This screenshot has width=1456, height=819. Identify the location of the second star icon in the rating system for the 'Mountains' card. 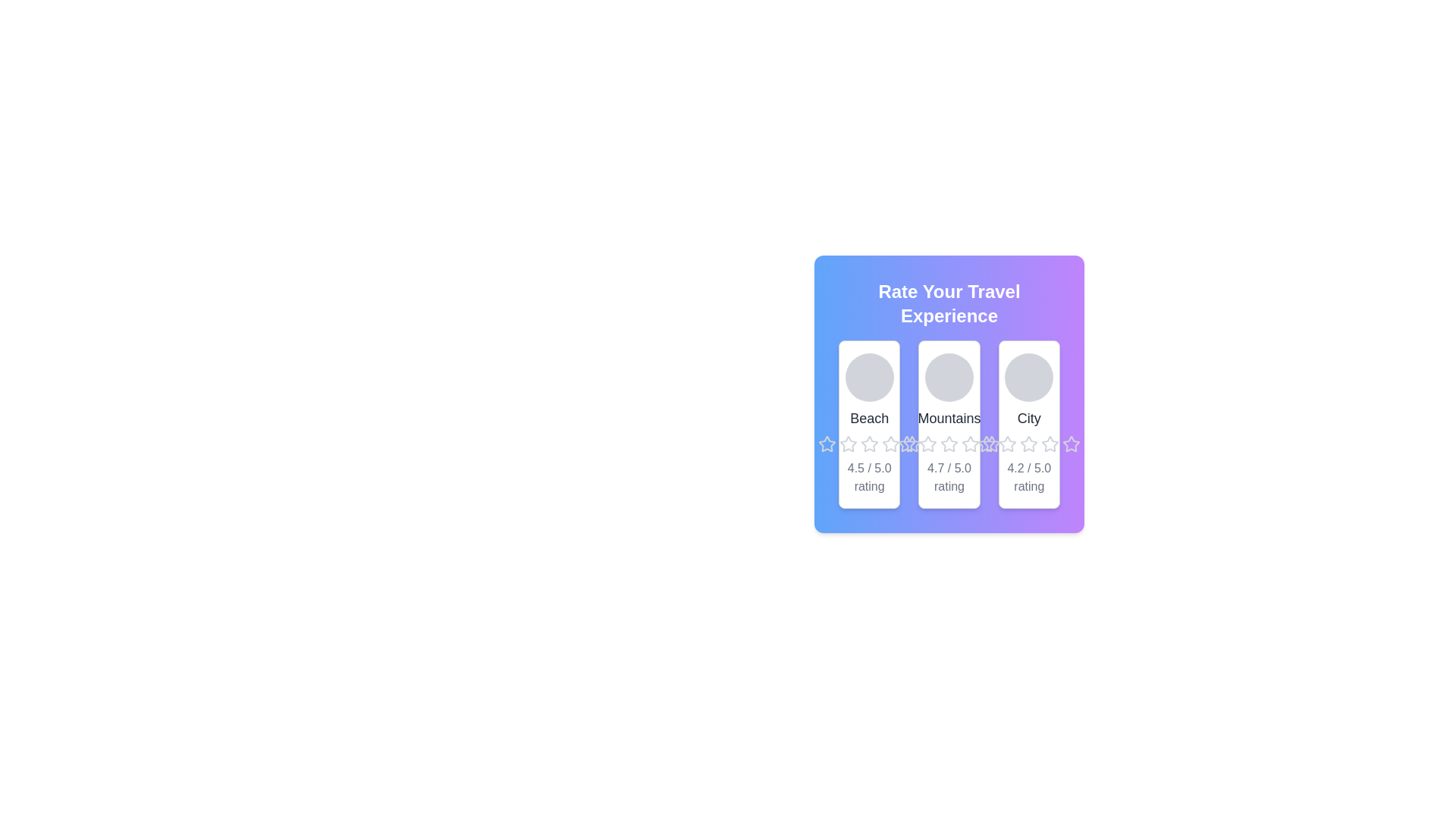
(911, 444).